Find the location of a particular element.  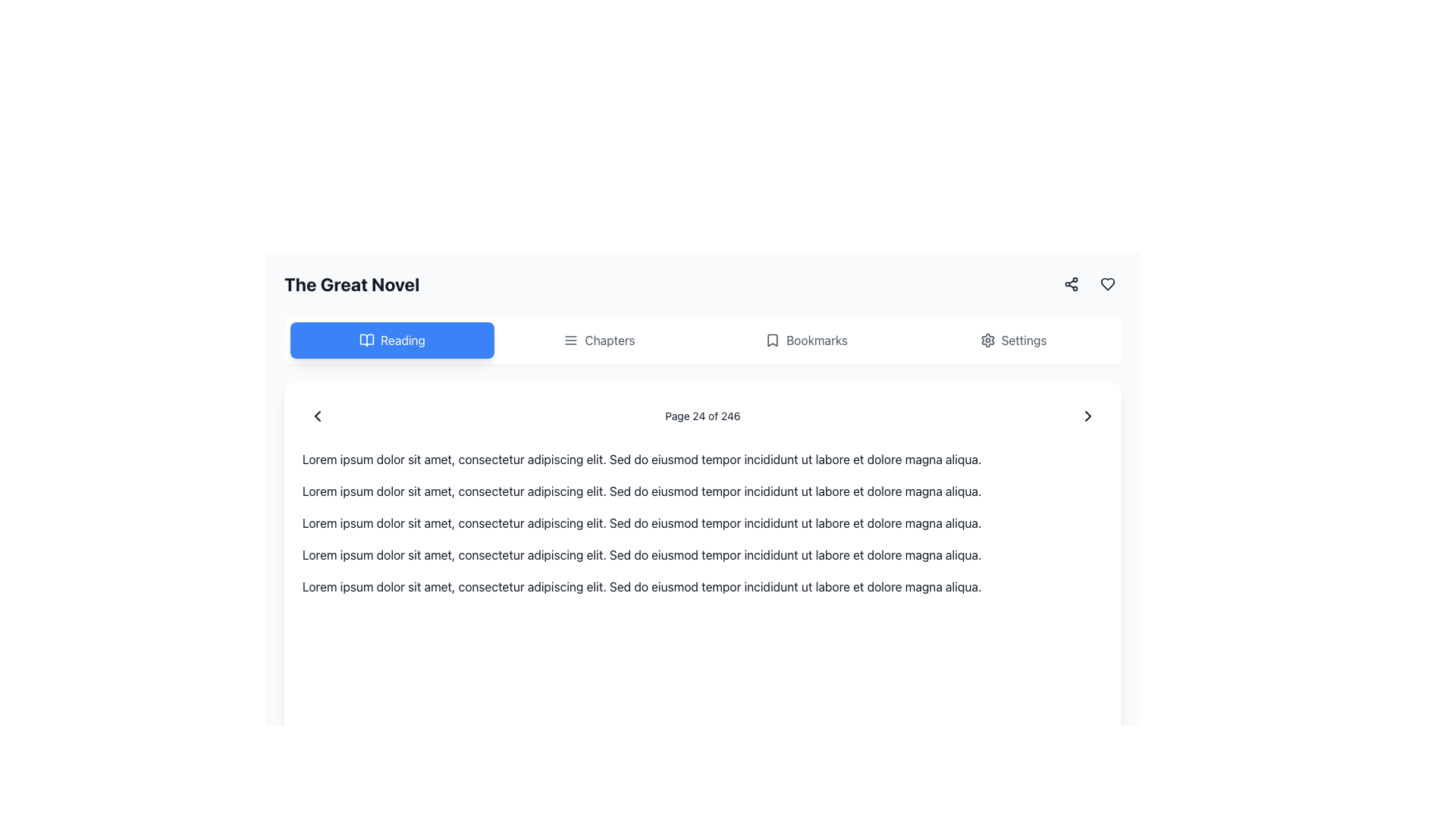

the second button in the navigation bar is located at coordinates (598, 339).